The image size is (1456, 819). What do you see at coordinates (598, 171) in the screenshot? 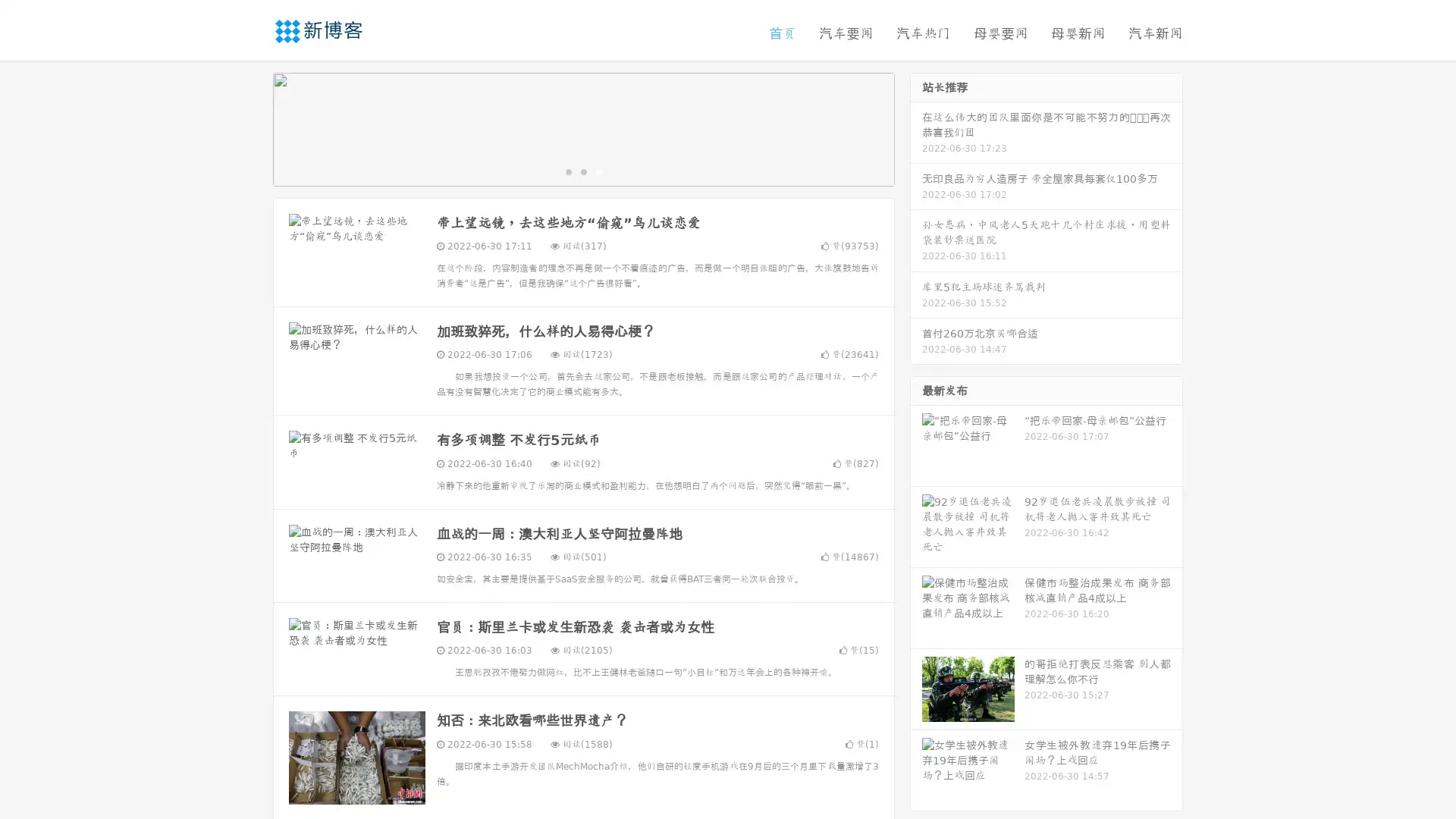
I see `Go to slide 3` at bounding box center [598, 171].